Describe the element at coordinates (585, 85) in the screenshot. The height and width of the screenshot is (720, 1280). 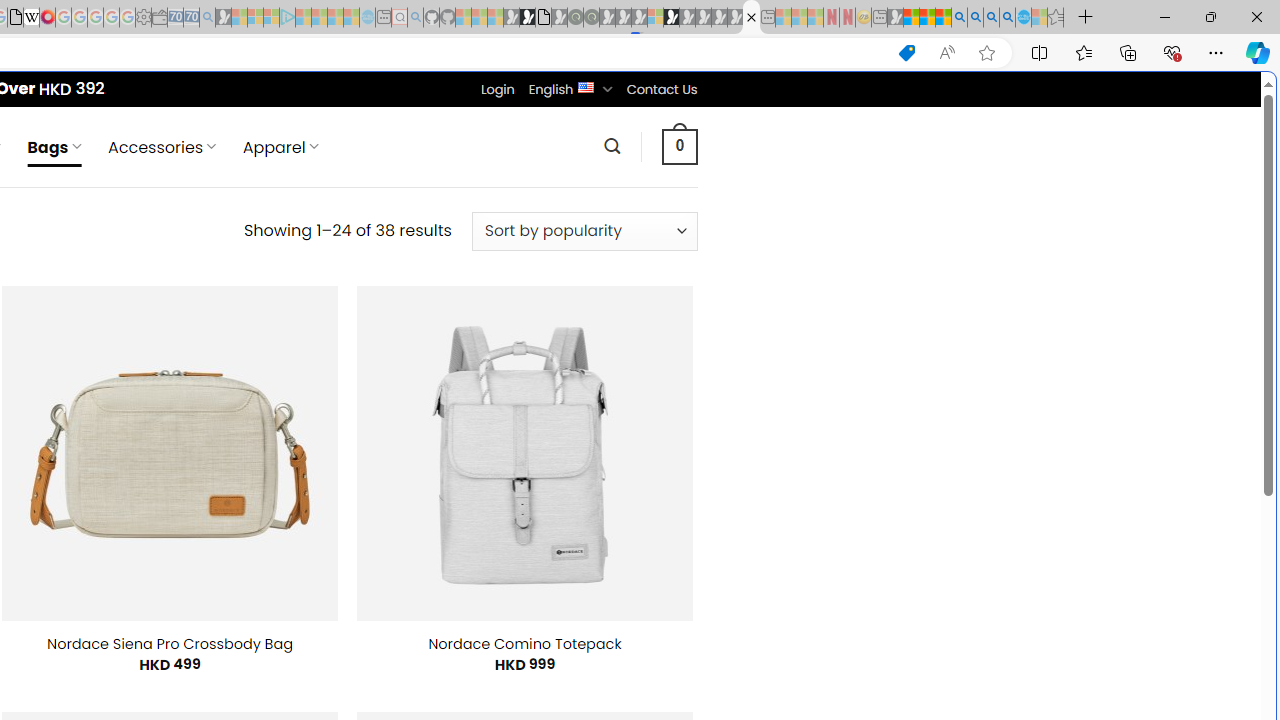
I see `'English'` at that location.